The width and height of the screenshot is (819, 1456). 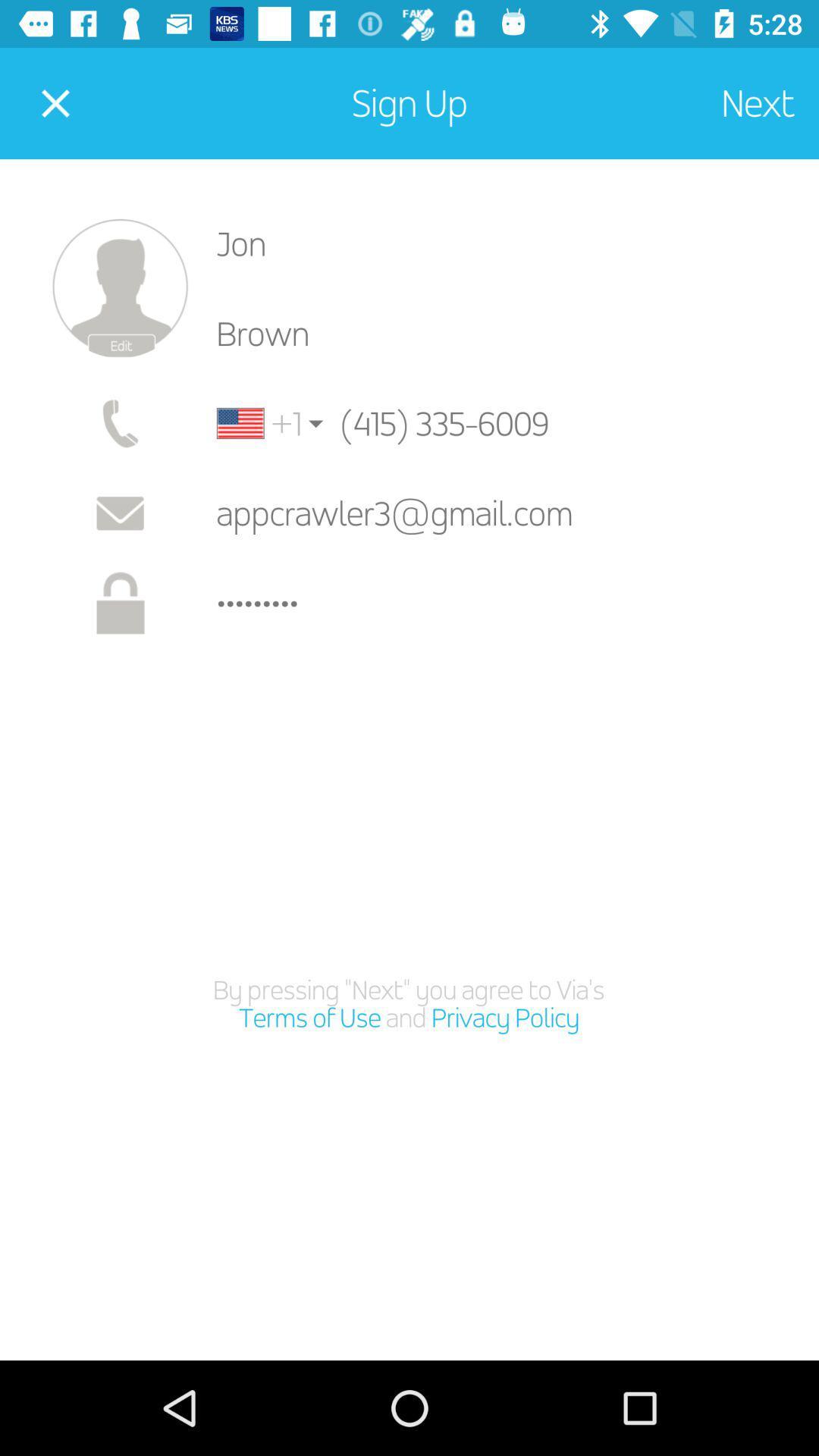 I want to click on the jon icon, so click(x=506, y=243).